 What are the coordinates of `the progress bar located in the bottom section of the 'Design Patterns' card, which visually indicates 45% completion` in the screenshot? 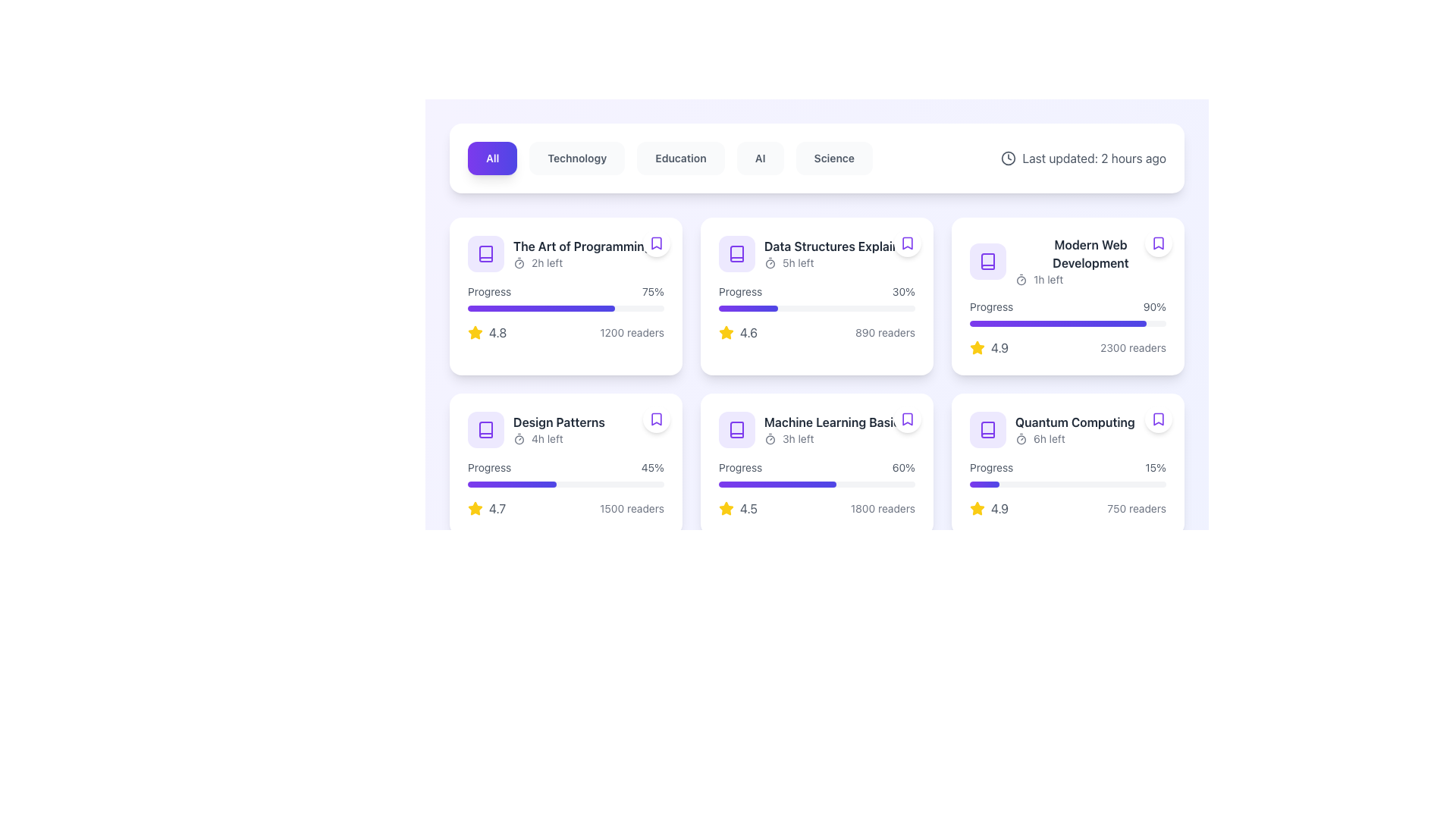 It's located at (565, 485).